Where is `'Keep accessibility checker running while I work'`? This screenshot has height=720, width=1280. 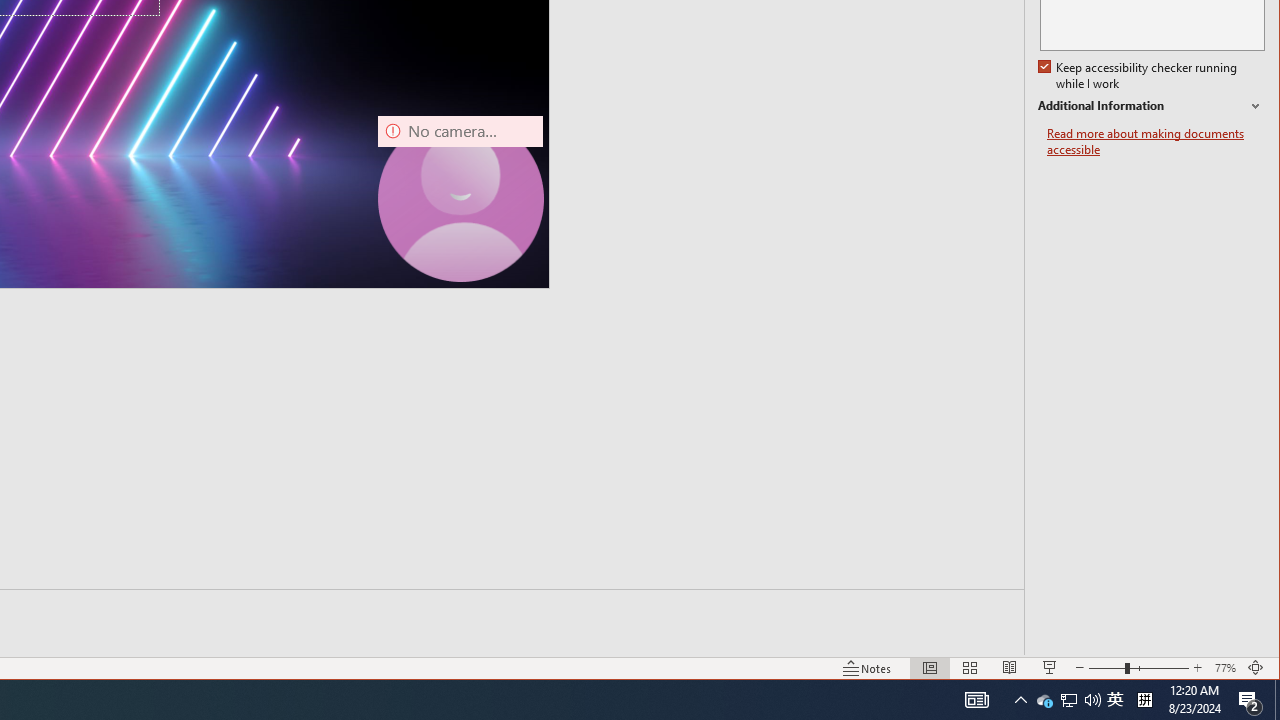 'Keep accessibility checker running while I work' is located at coordinates (1139, 75).